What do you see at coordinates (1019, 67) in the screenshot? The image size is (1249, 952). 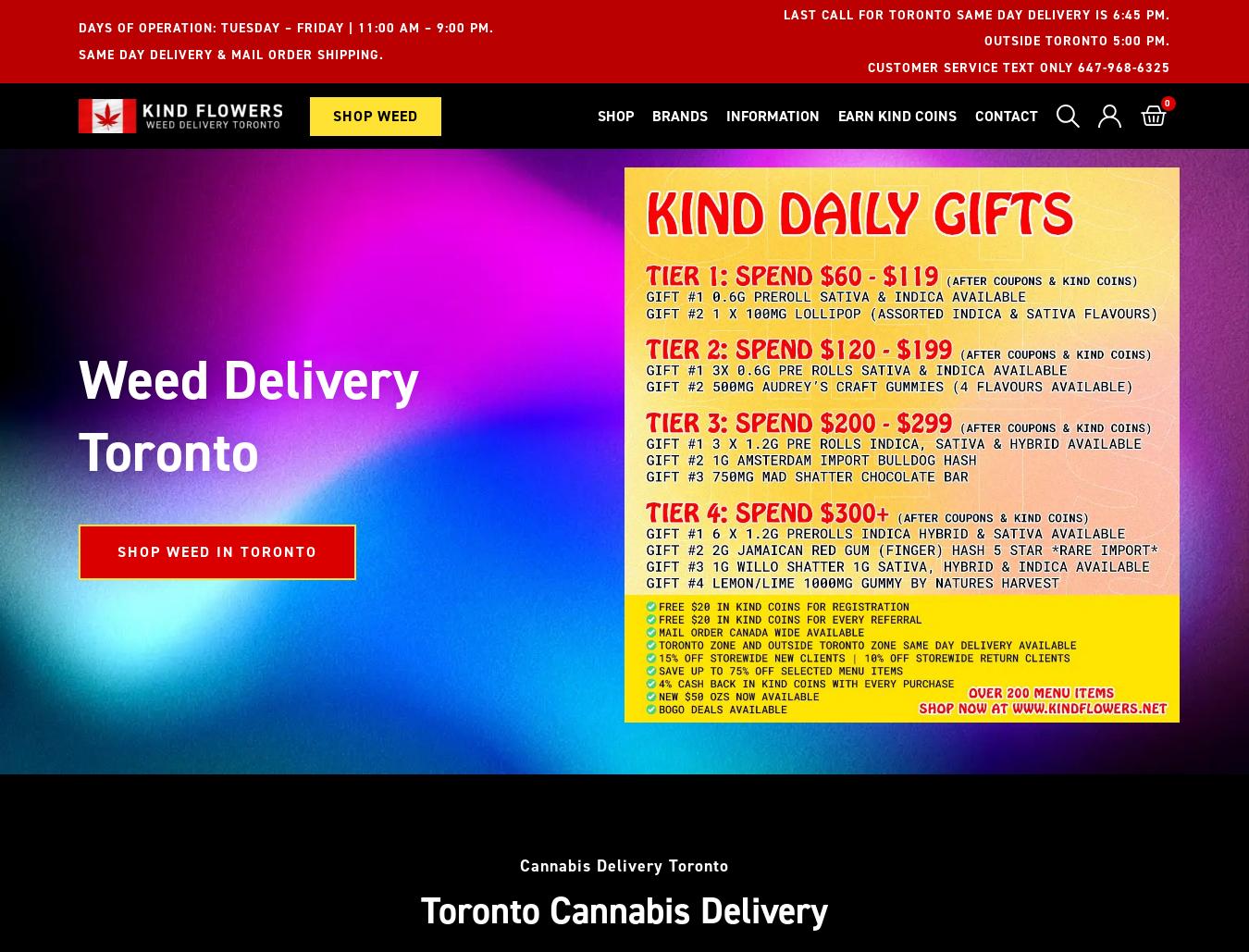 I see `'Customer Service Text Only 647-968-6325'` at bounding box center [1019, 67].